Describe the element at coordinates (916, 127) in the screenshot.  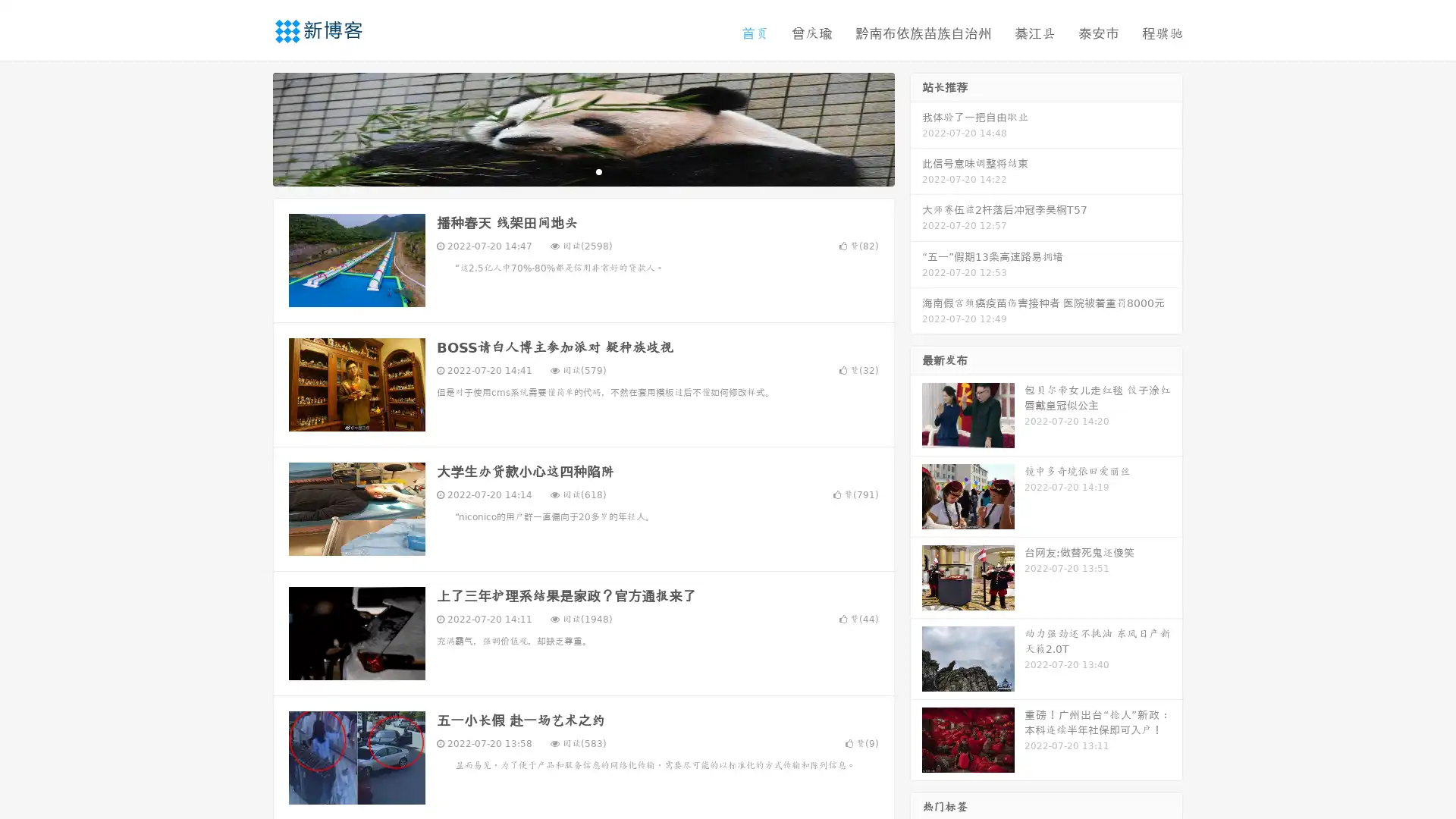
I see `Next slide` at that location.